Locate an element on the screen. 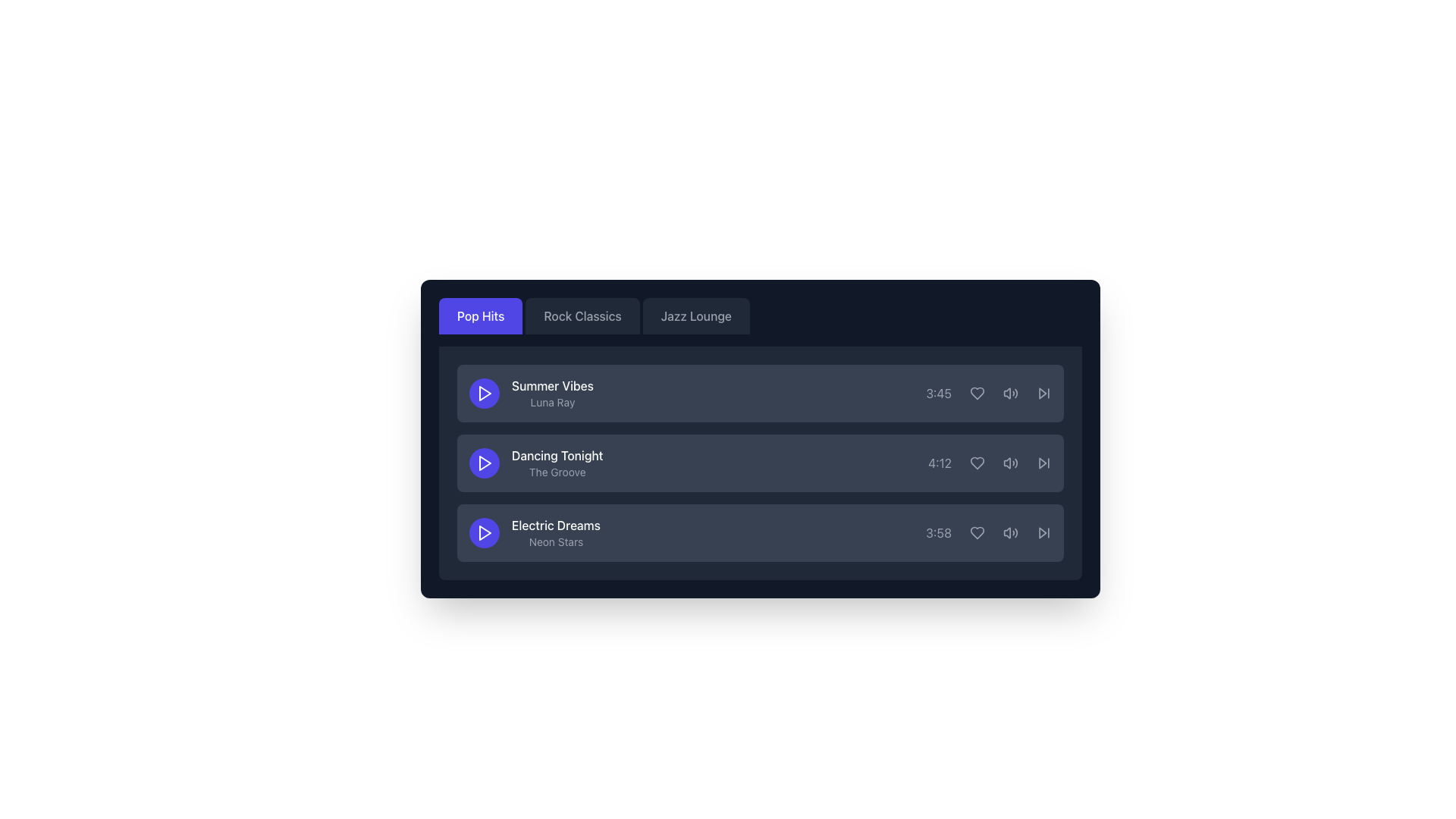 This screenshot has height=819, width=1456. the volume icon resembling a speaker with sound waves located to the right of the '3:45' text and the heart icon within the 'Summer Vibes' music track row is located at coordinates (1011, 393).